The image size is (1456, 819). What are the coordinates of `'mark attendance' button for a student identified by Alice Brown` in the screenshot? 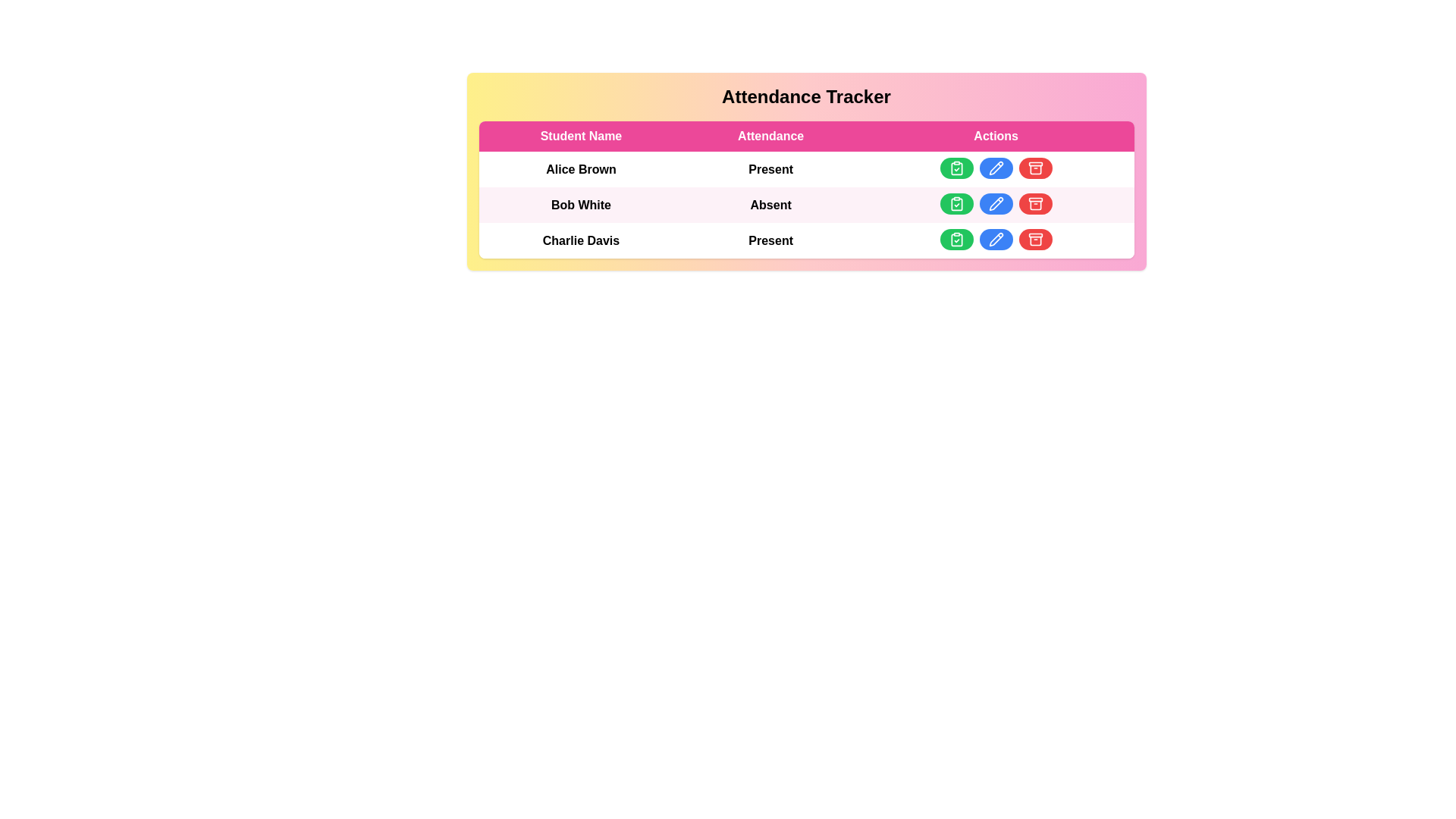 It's located at (955, 168).